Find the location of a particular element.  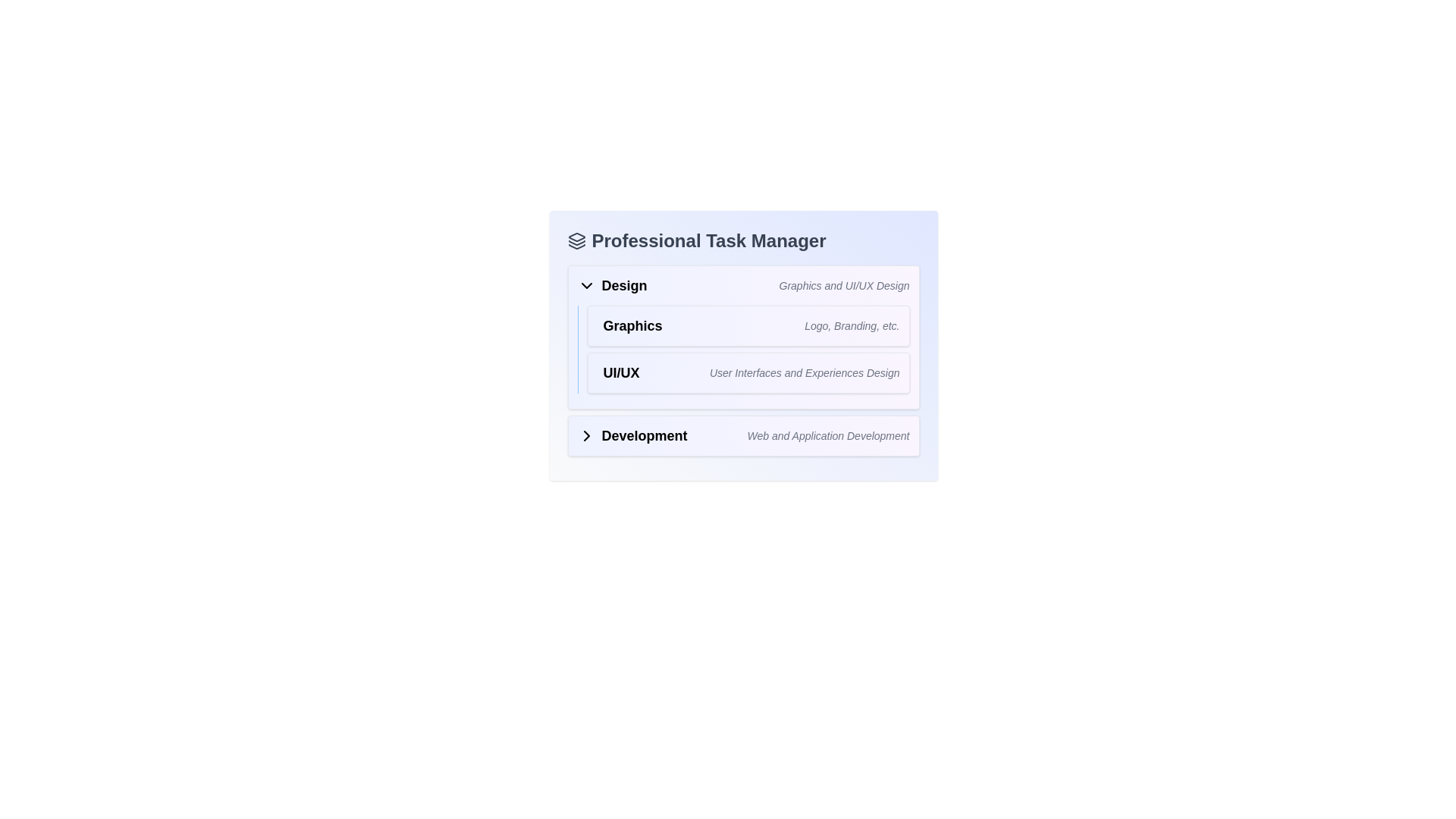

the bold text label displaying 'UI/UX', which indicates a section of the user interface is located at coordinates (618, 373).